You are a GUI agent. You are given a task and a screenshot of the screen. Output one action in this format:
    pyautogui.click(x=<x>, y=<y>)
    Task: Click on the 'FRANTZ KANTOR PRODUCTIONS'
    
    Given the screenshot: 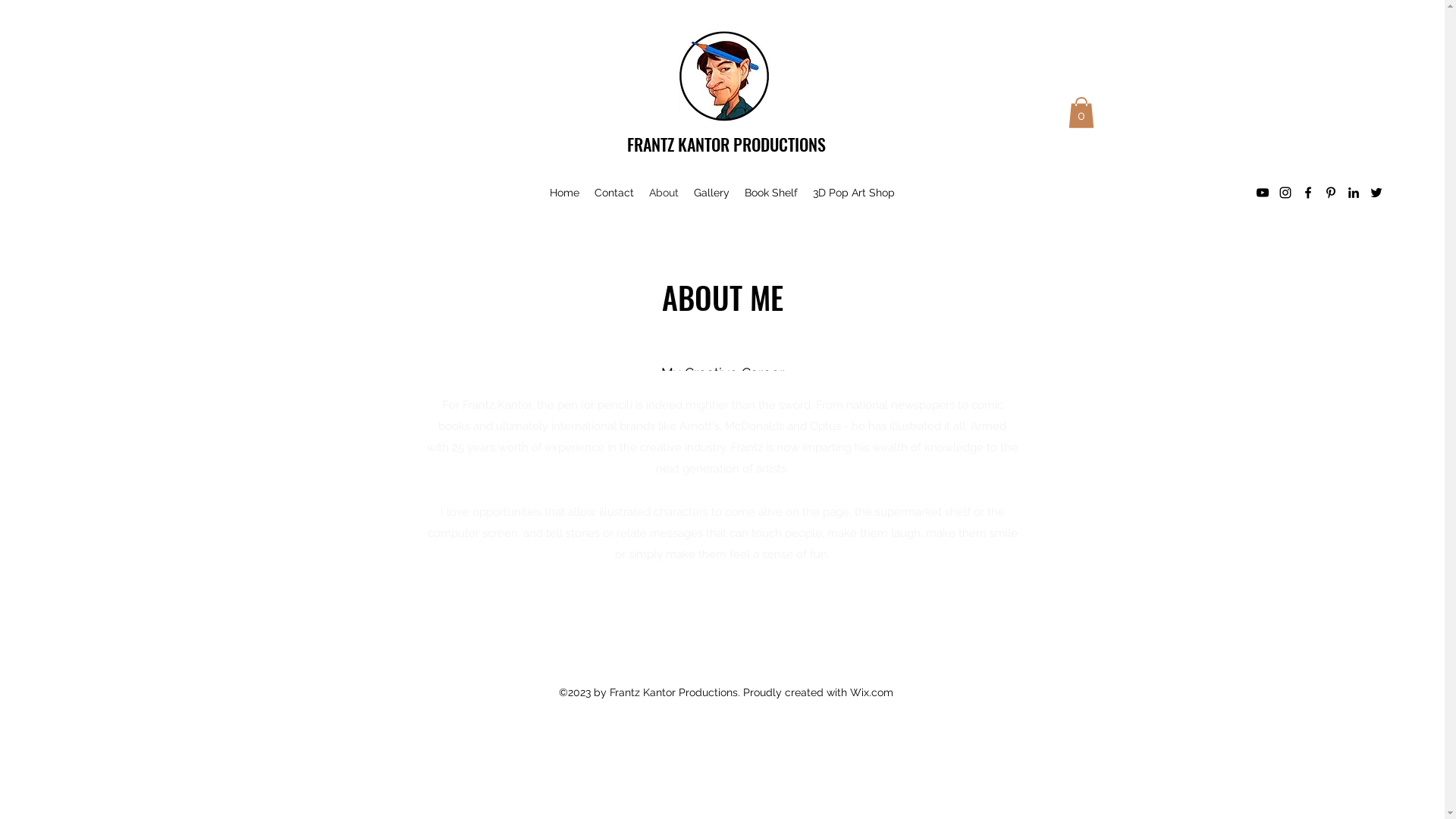 What is the action you would take?
    pyautogui.click(x=726, y=143)
    